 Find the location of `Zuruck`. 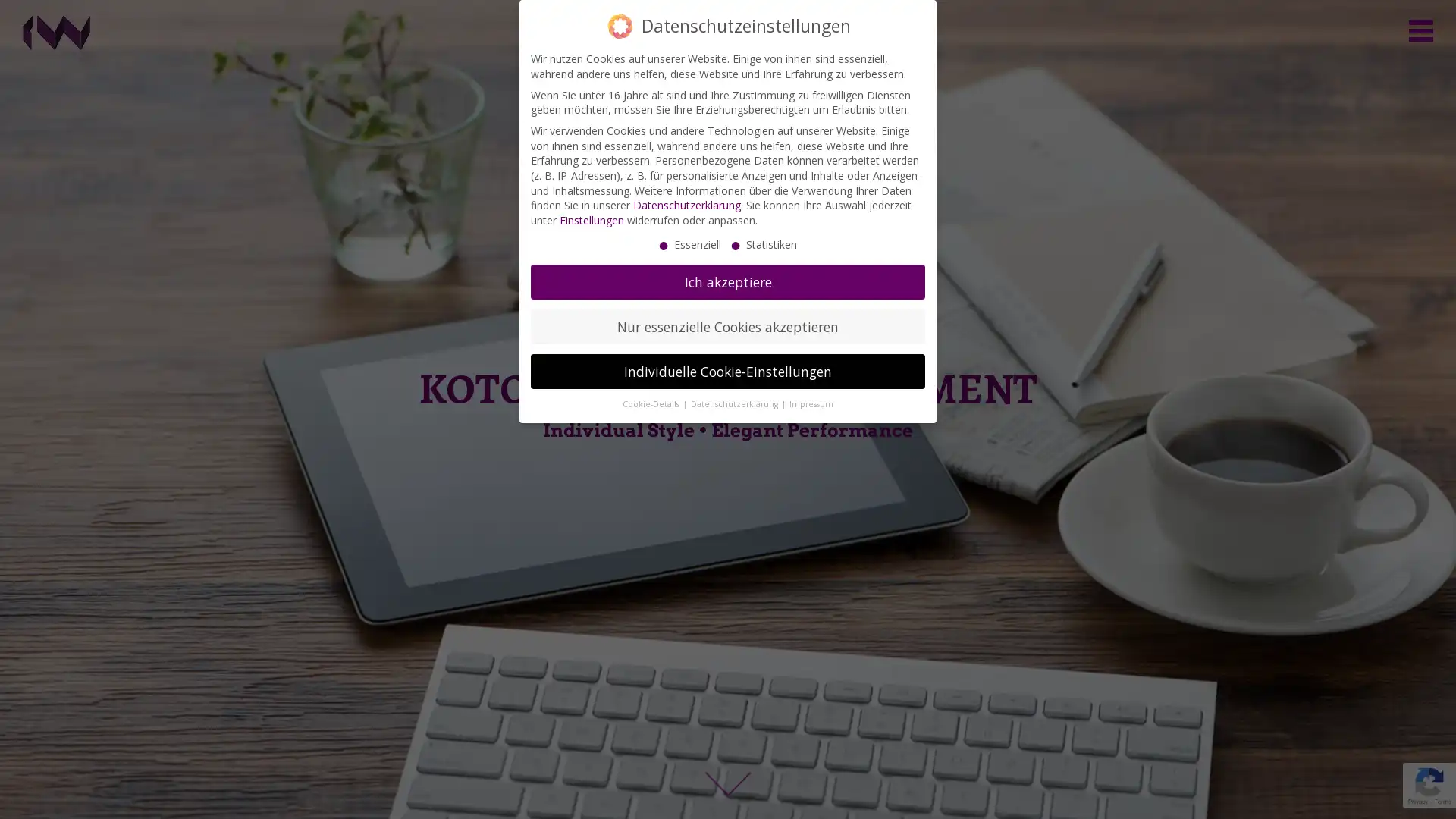

Zuruck is located at coordinates (910, 667).